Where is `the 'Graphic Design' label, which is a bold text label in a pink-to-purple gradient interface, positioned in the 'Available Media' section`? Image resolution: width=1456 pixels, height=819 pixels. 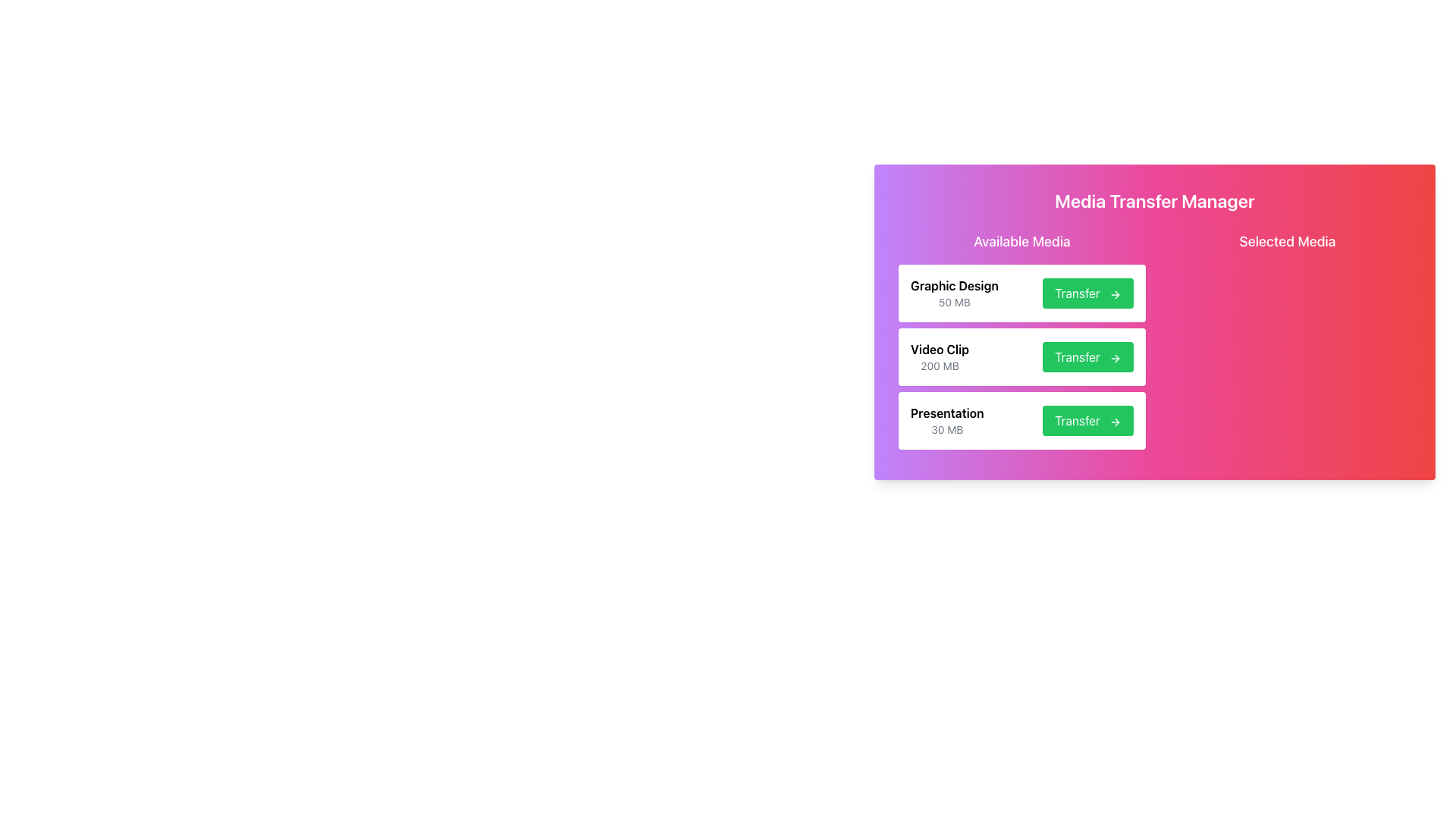
the 'Graphic Design' label, which is a bold text label in a pink-to-purple gradient interface, positioned in the 'Available Media' section is located at coordinates (953, 286).